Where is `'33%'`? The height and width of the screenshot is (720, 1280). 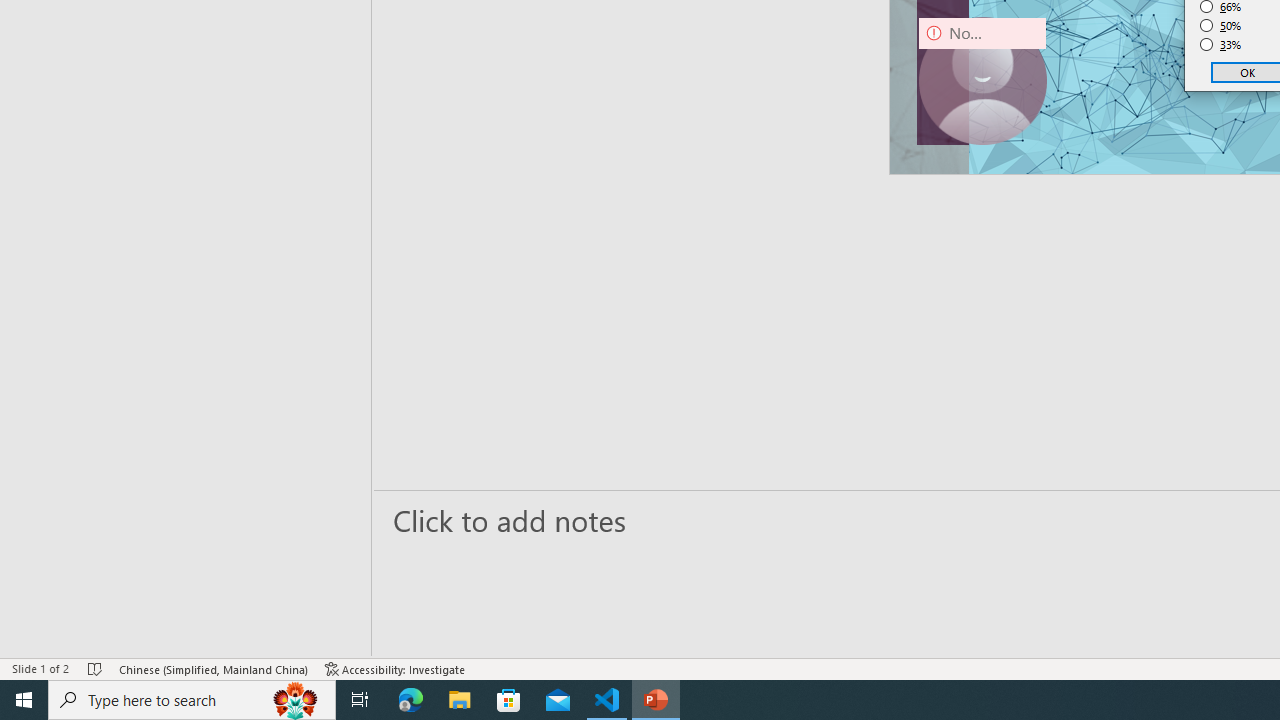 '33%' is located at coordinates (1220, 45).